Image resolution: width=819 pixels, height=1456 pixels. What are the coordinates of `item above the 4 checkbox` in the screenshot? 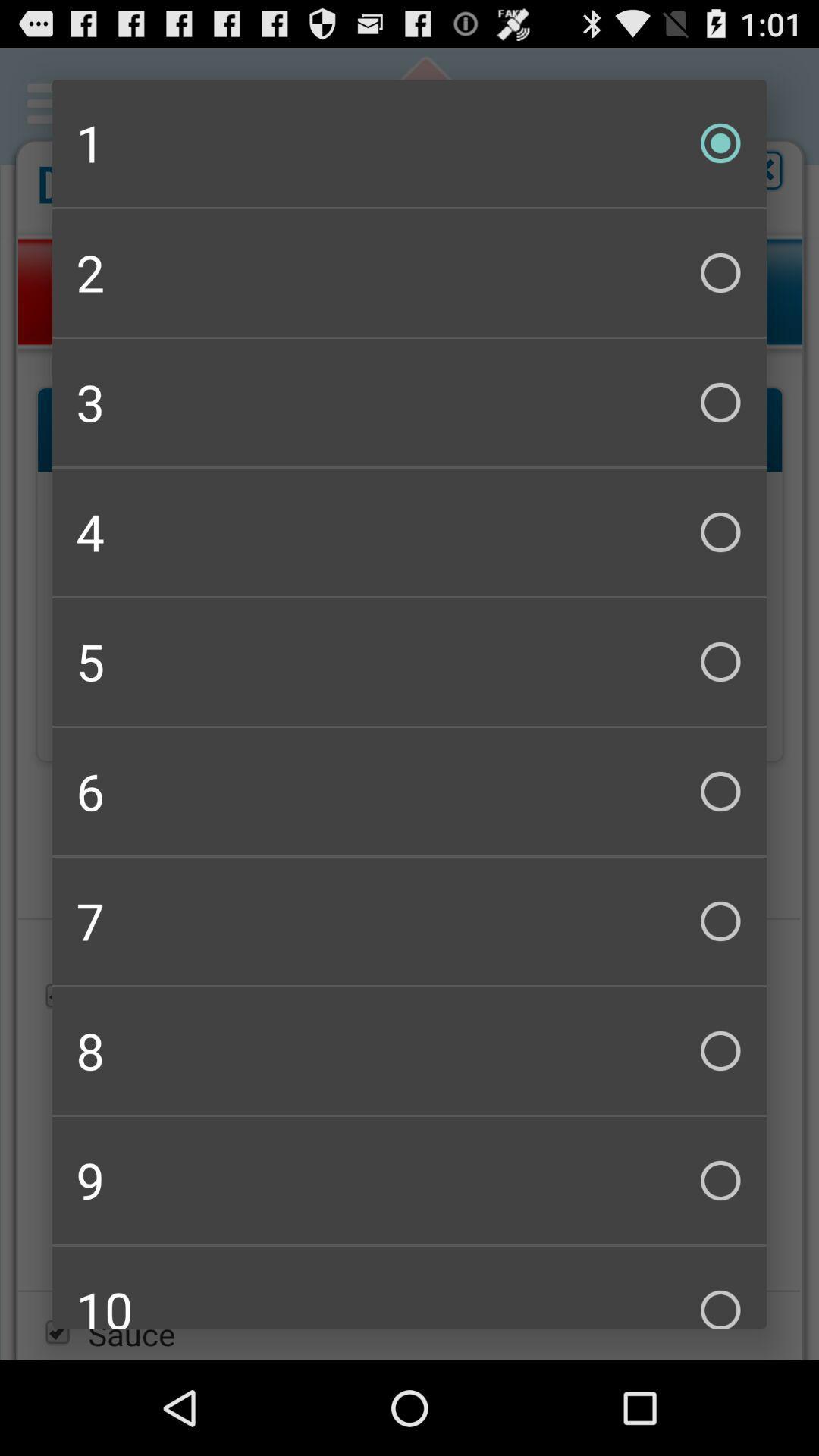 It's located at (409, 403).